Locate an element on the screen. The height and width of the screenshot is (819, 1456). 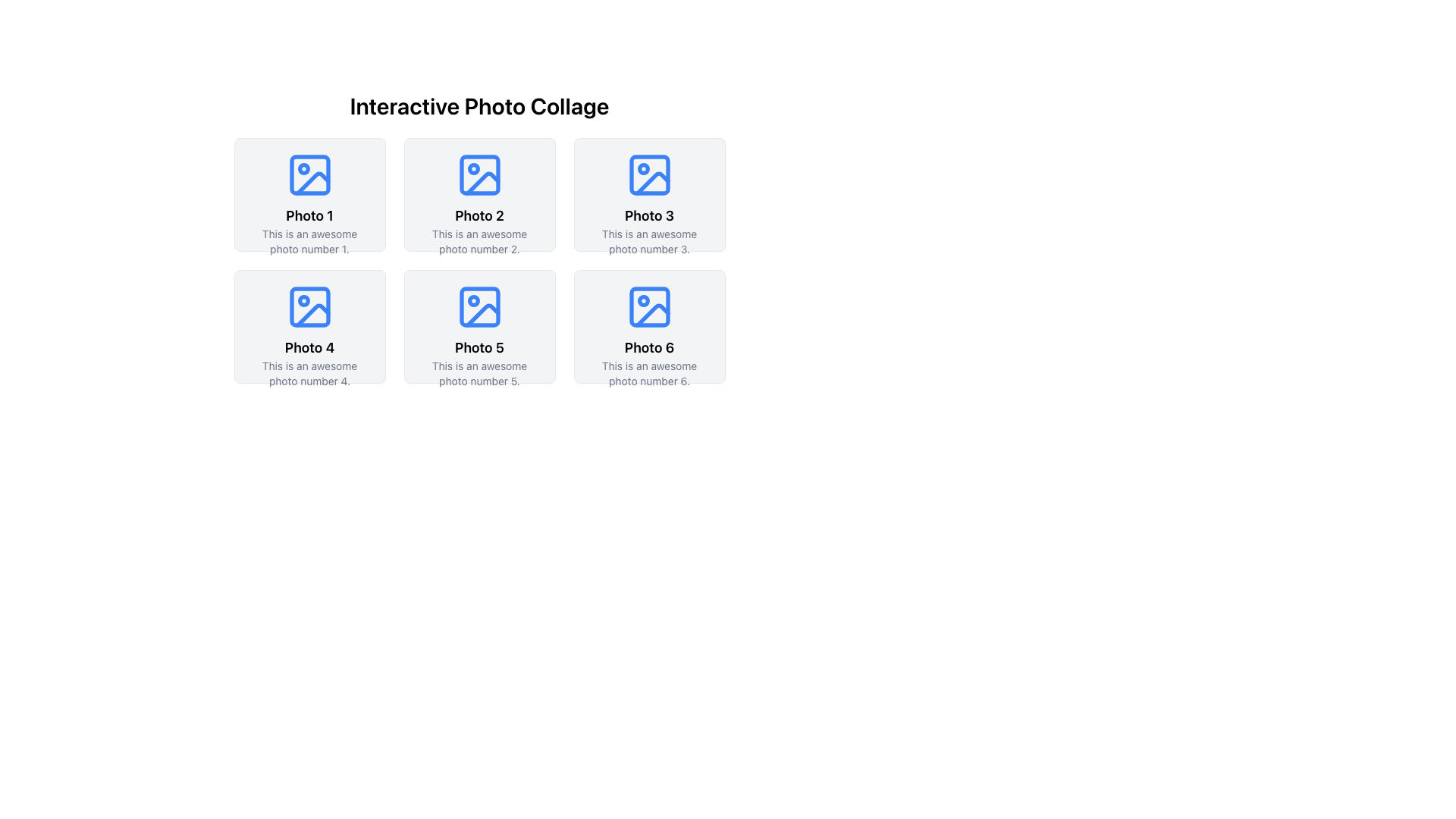
the magnifying glass icon with a '+' symbol in the 'Photo 6' grid entry, which indicates a zoom-in action is located at coordinates (649, 326).